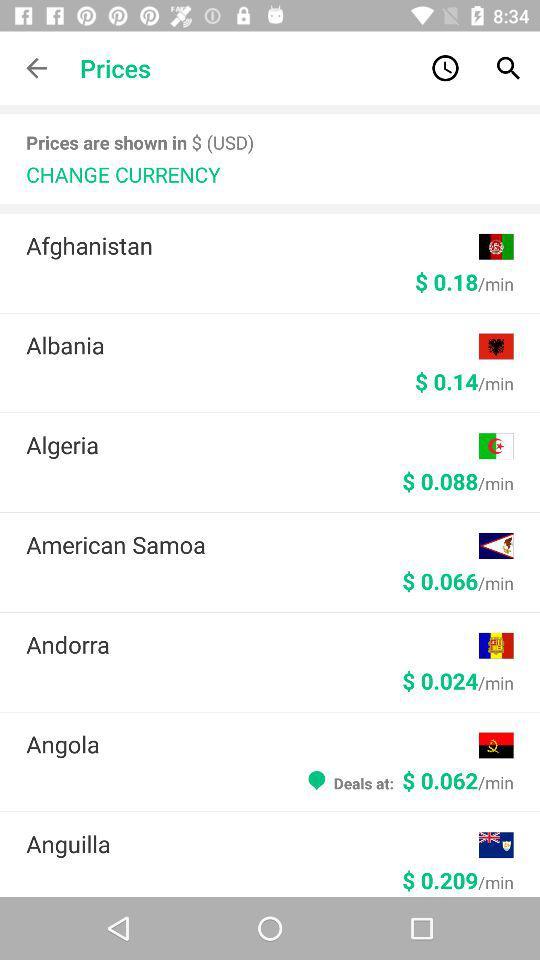  Describe the element at coordinates (252, 444) in the screenshot. I see `the algeria item` at that location.